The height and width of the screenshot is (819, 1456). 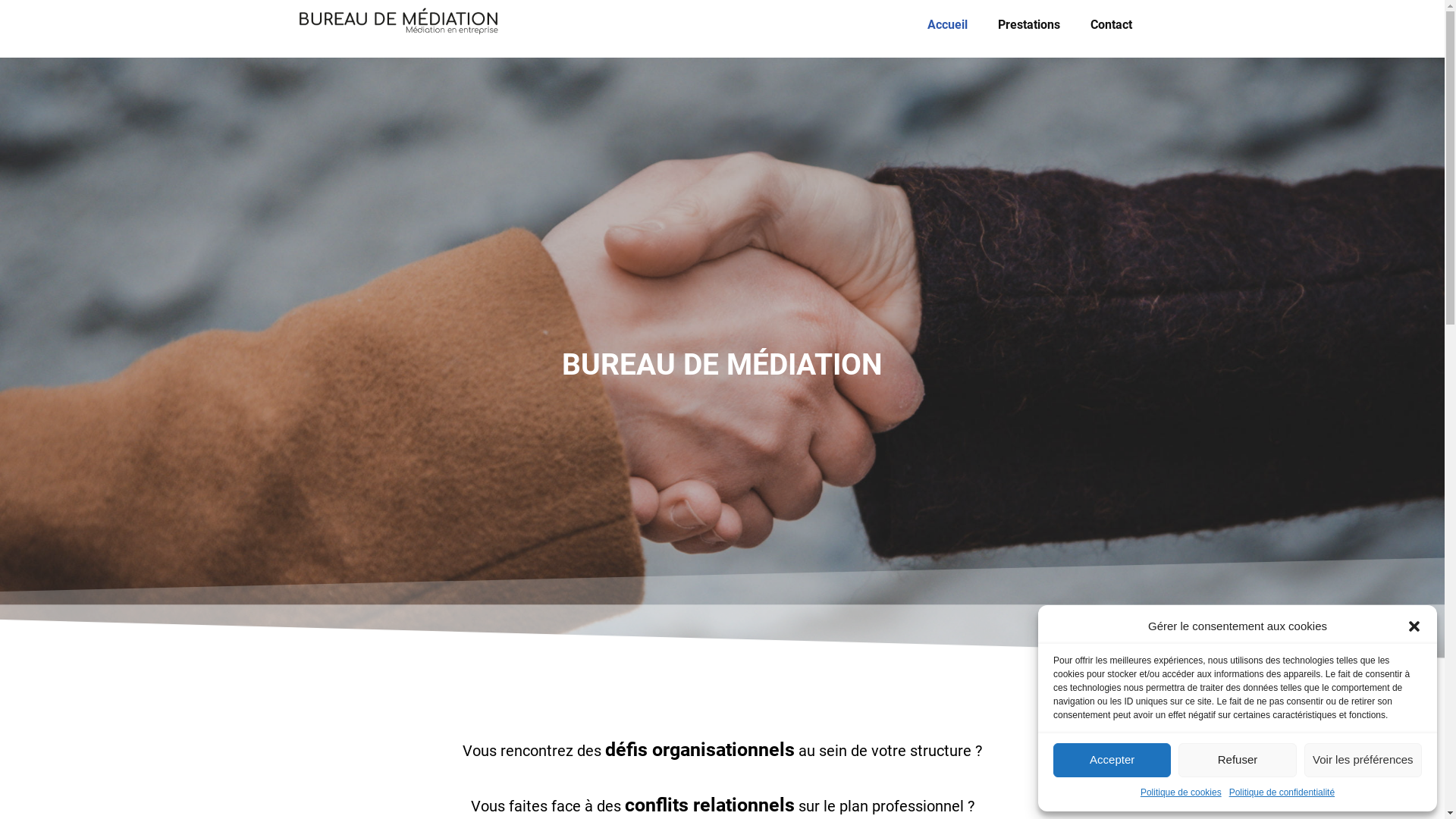 What do you see at coordinates (0, 32) in the screenshot?
I see `'Aller au contenu'` at bounding box center [0, 32].